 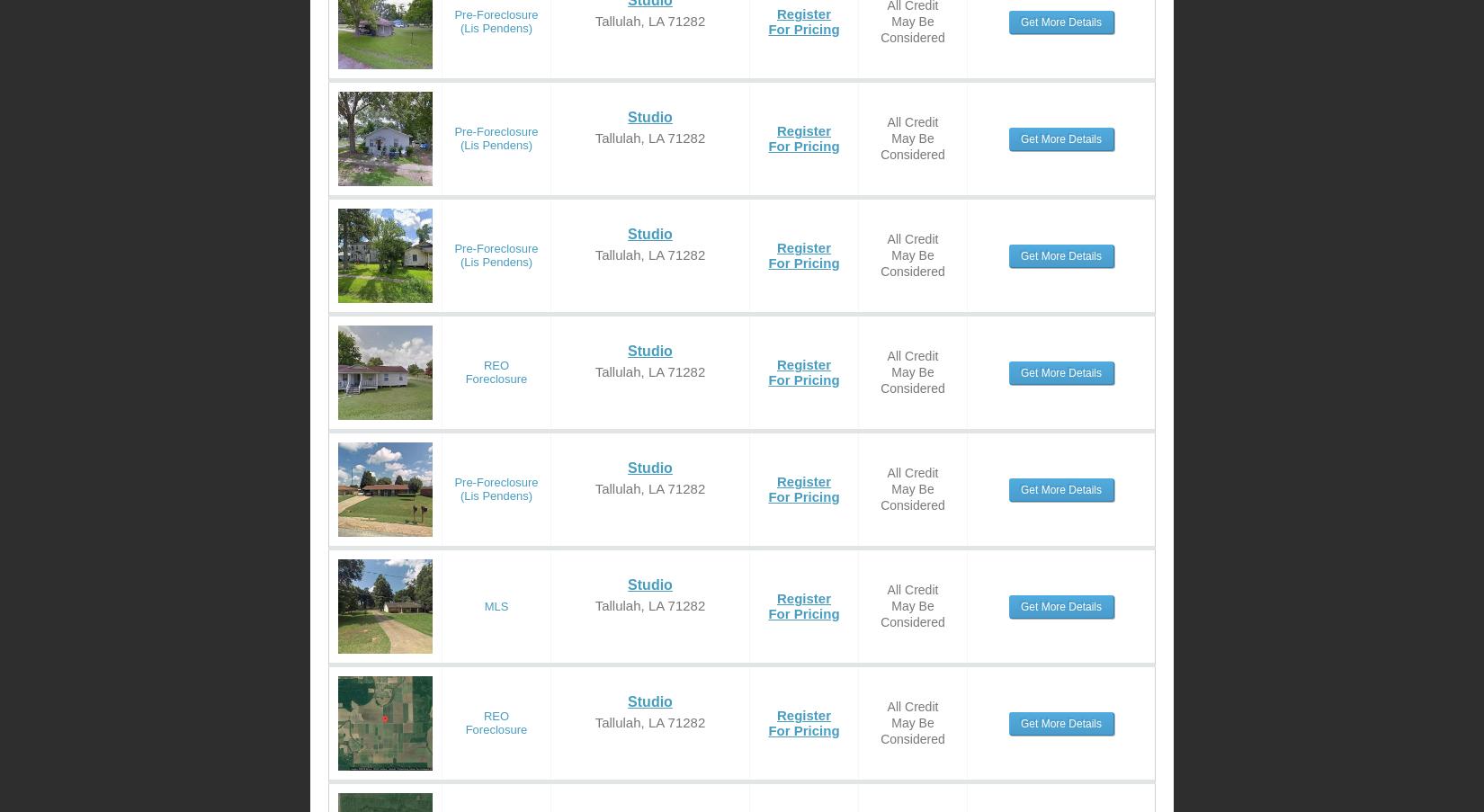 What do you see at coordinates (495, 604) in the screenshot?
I see `'MLS'` at bounding box center [495, 604].